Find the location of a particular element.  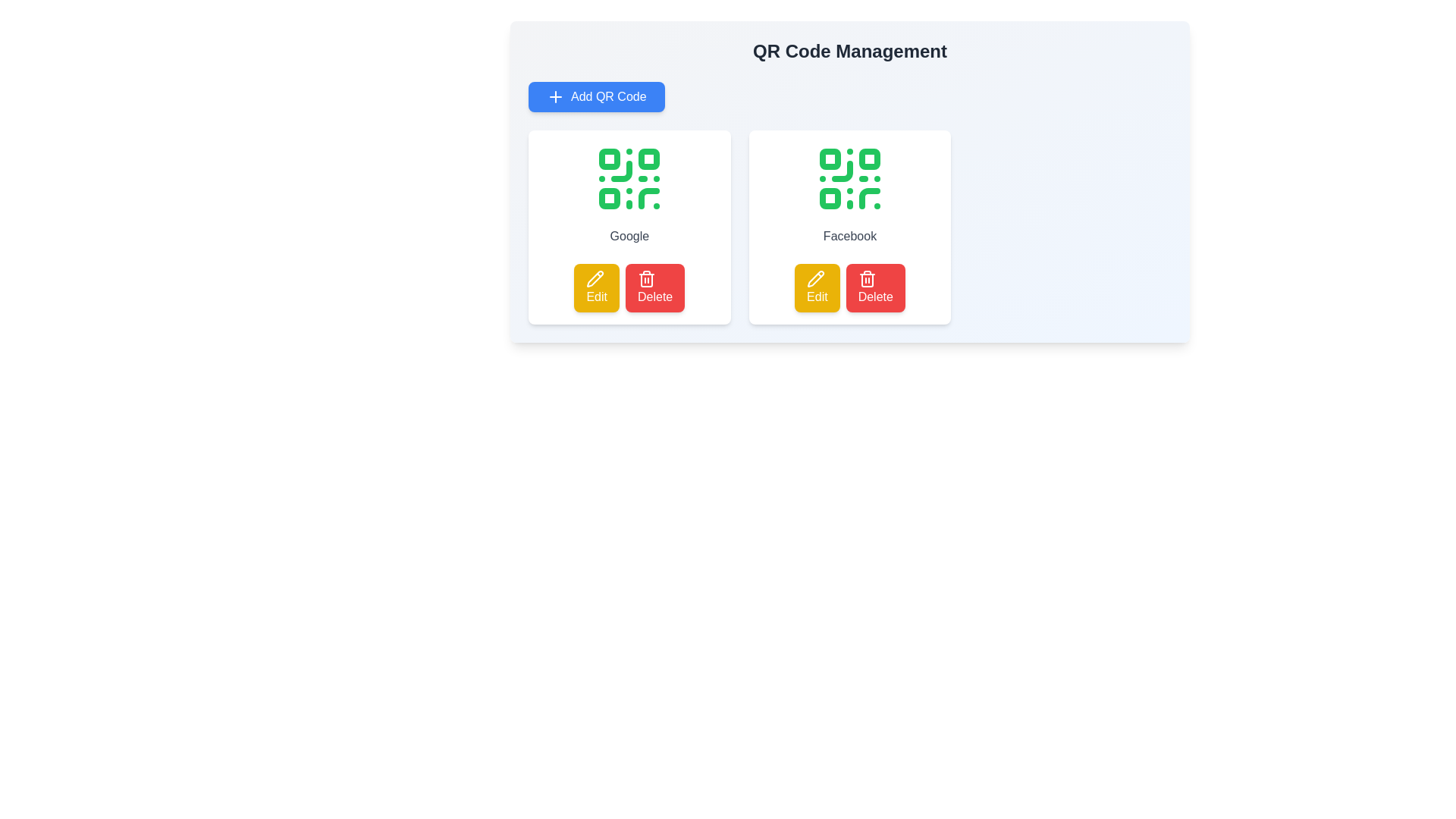

the 'Edit' icon located within the yellow 'Edit' button beneath the first QR code card labeled 'Google' is located at coordinates (595, 278).